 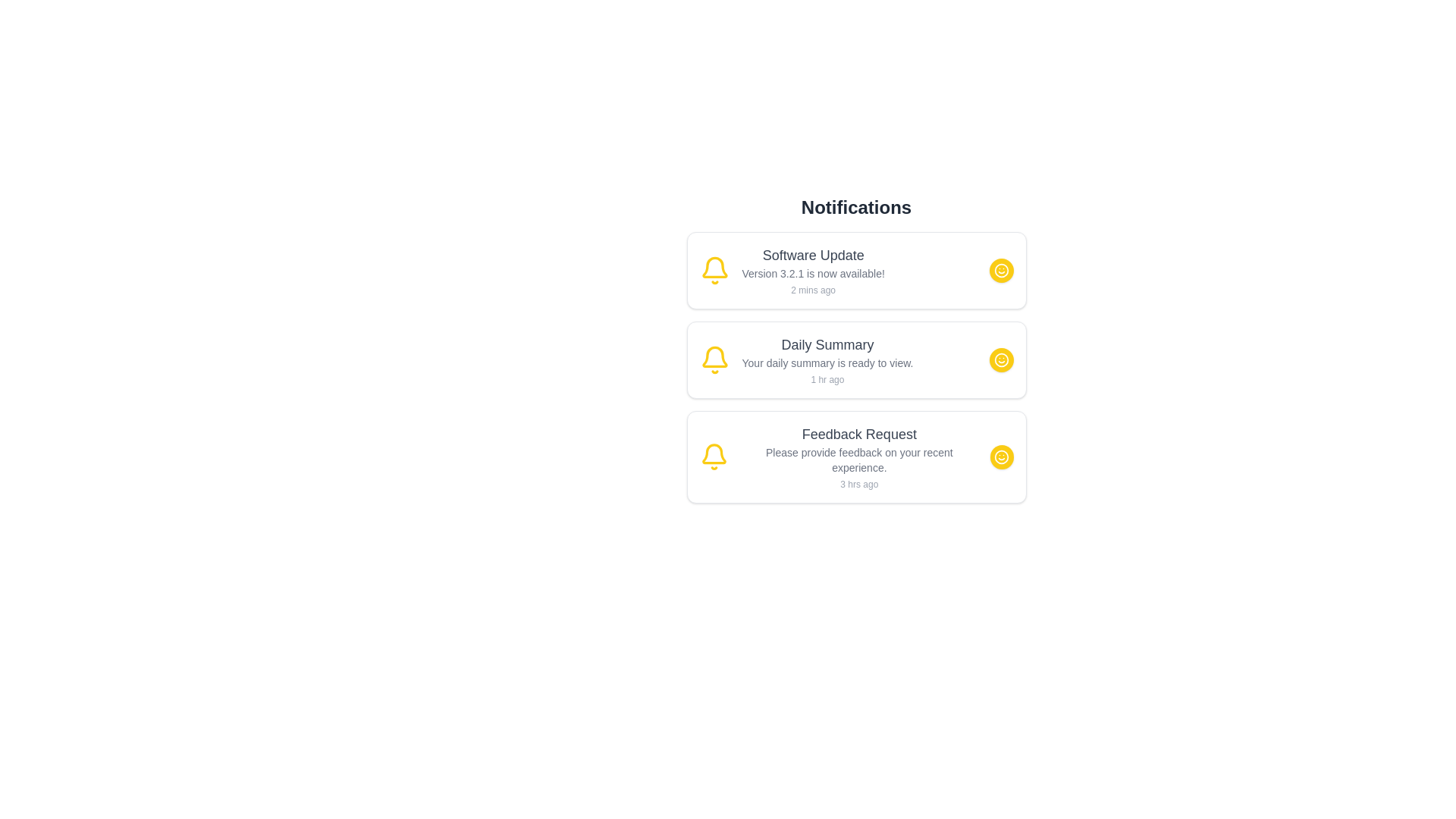 What do you see at coordinates (1001, 359) in the screenshot?
I see `the smiley button for the notification titled 'Daily Summary'` at bounding box center [1001, 359].